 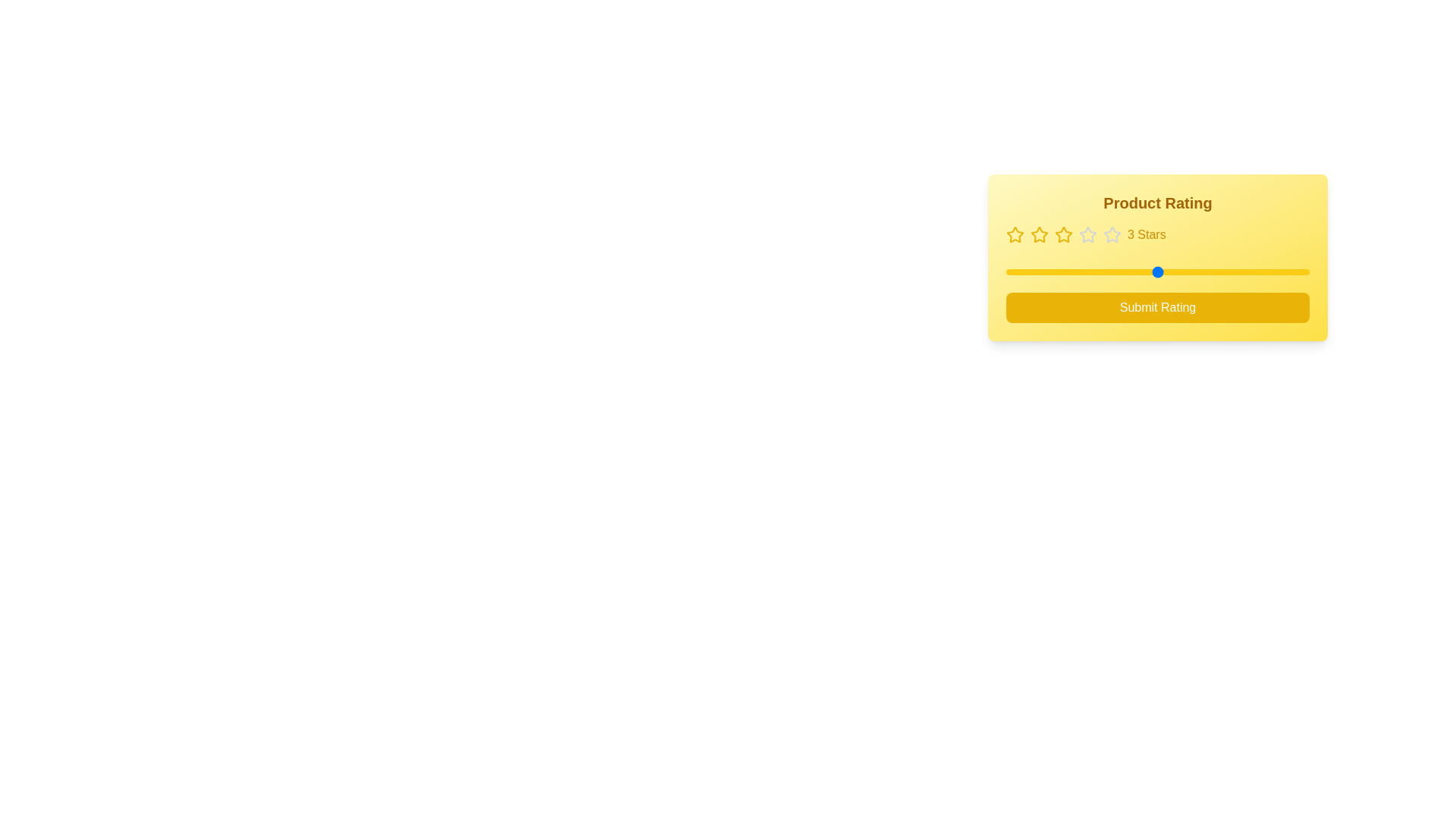 What do you see at coordinates (1039, 234) in the screenshot?
I see `the third yellow star icon` at bounding box center [1039, 234].